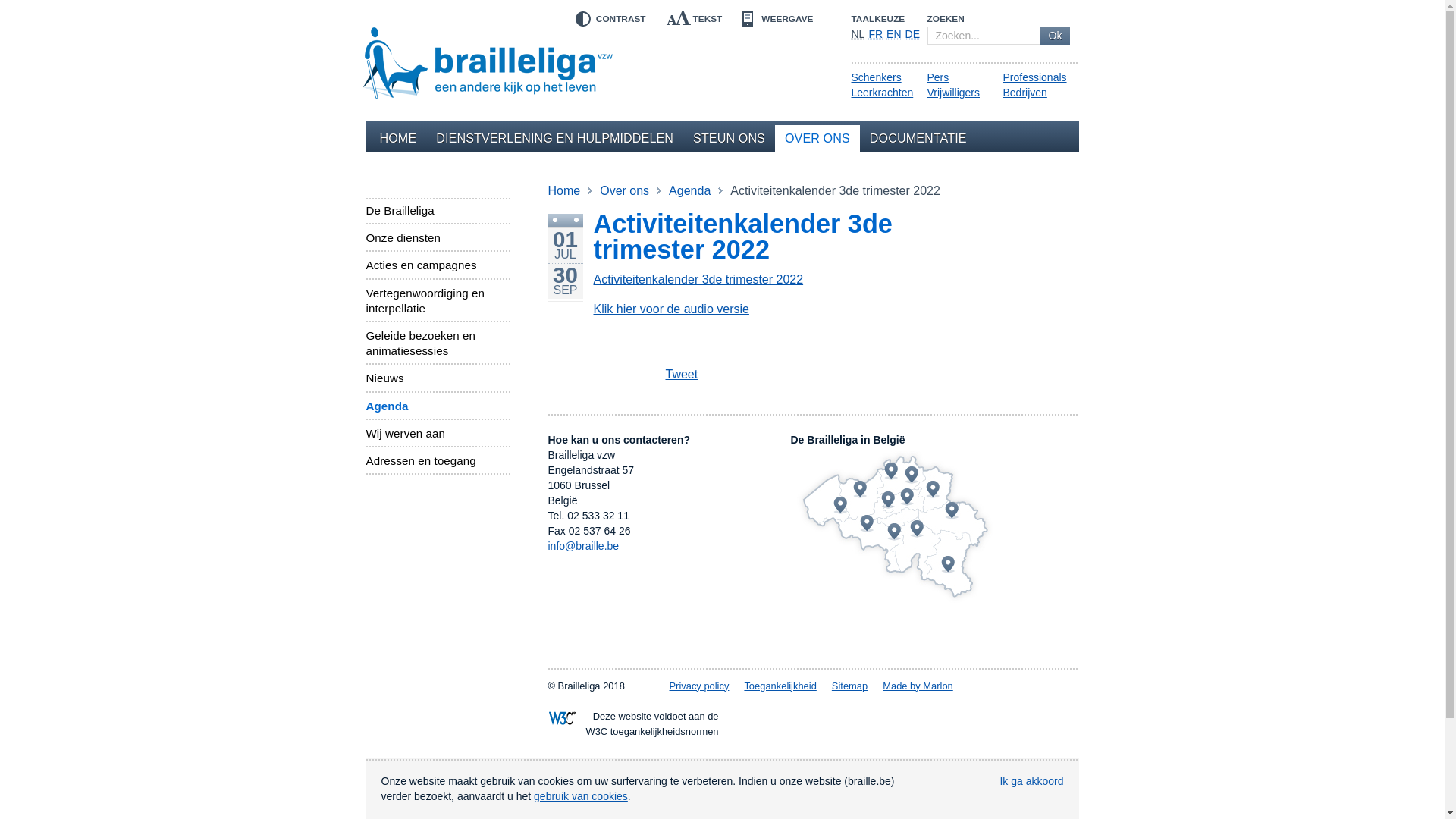  I want to click on 'DIENSTVERLENING EN HULPMIDDELEN', so click(554, 138).